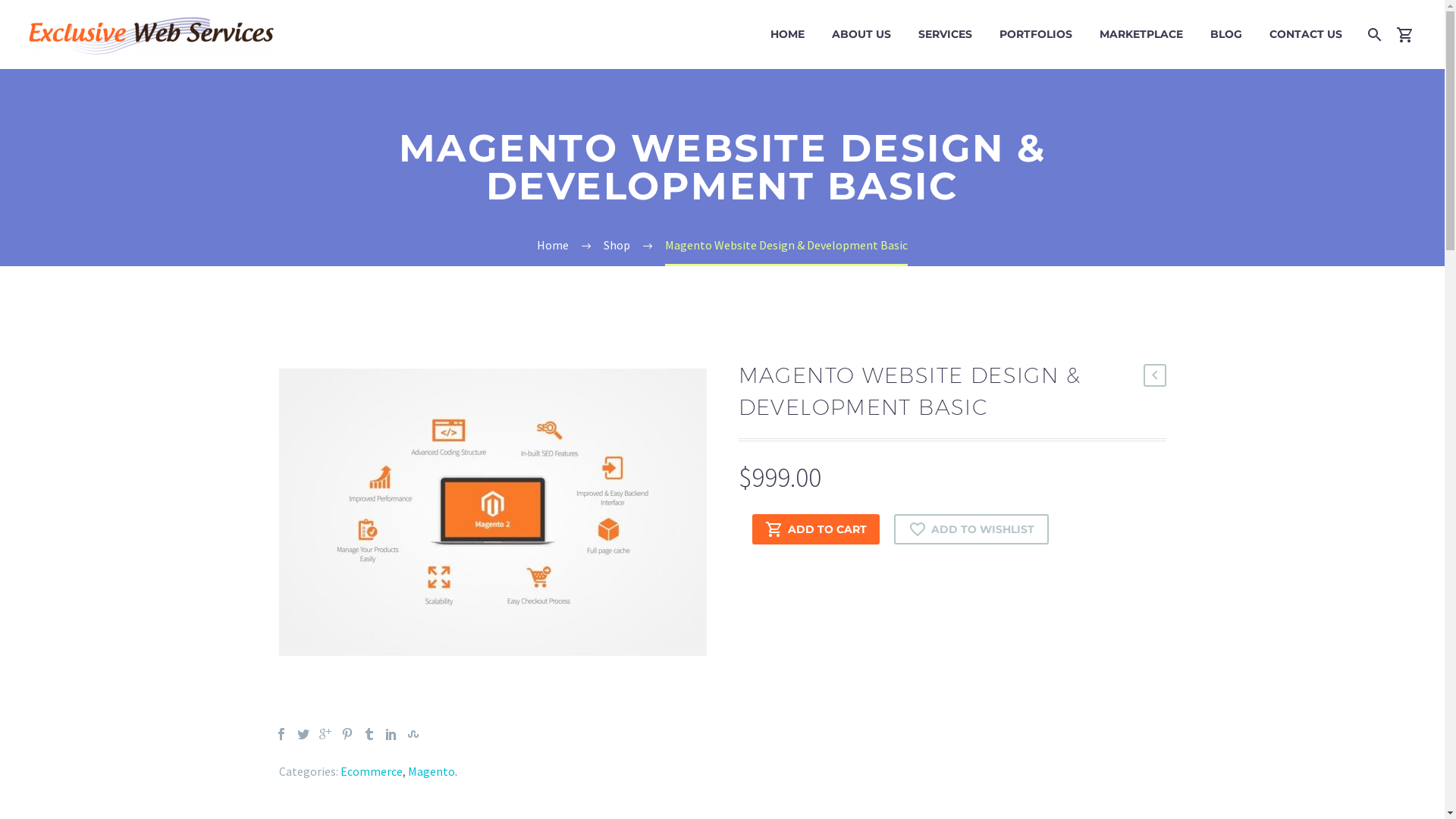 The image size is (1456, 819). I want to click on 'Home', so click(537, 244).